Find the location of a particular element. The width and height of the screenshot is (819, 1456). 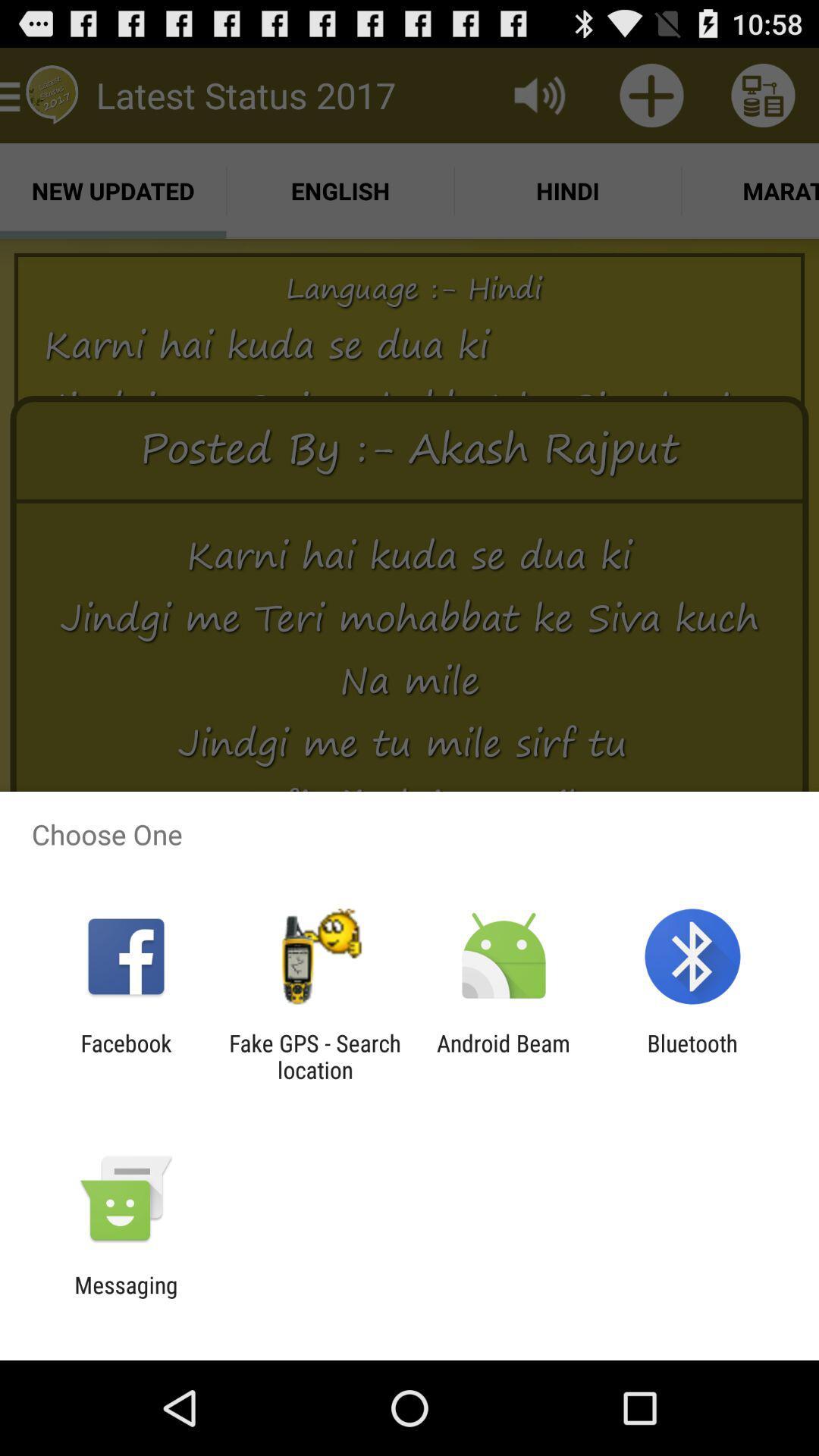

the item to the right of the fake gps search item is located at coordinates (504, 1056).